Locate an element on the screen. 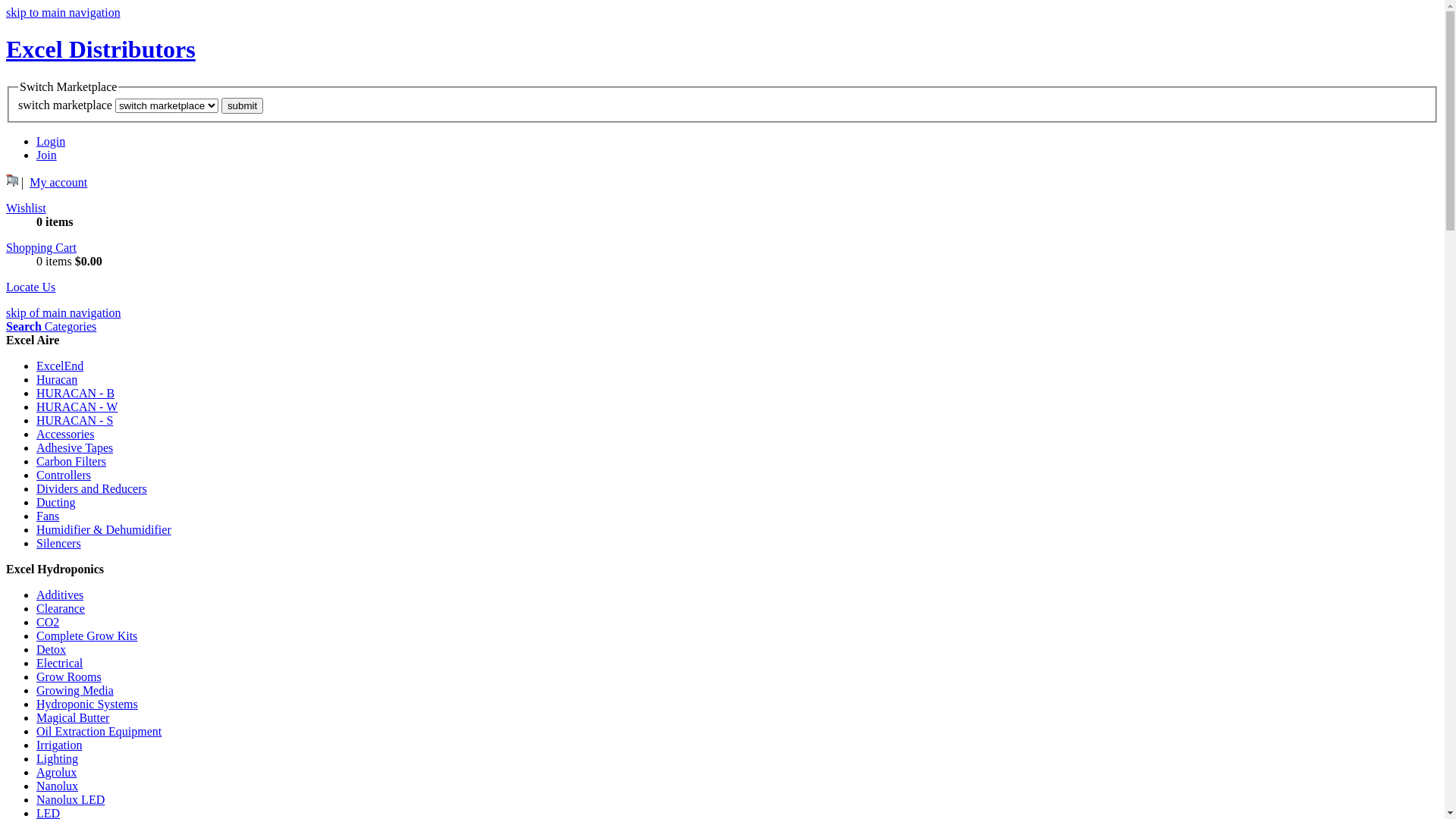  'Search Categories' is located at coordinates (51, 325).